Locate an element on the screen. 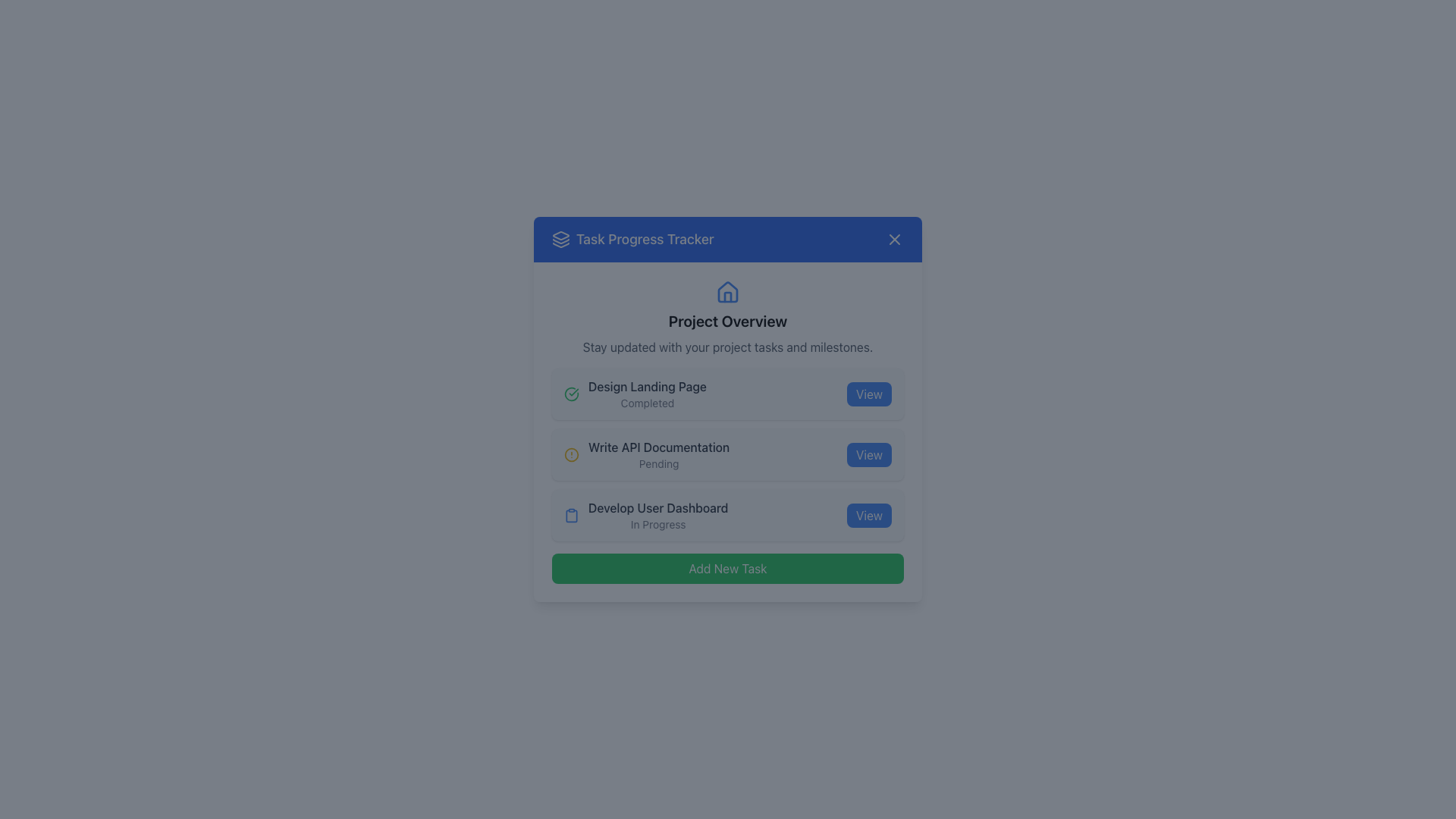 This screenshot has height=819, width=1456. text label 'Project Overview', which is prominently displayed in bold and larger font, located centrally below a house icon and above a descriptive sentence is located at coordinates (728, 321).